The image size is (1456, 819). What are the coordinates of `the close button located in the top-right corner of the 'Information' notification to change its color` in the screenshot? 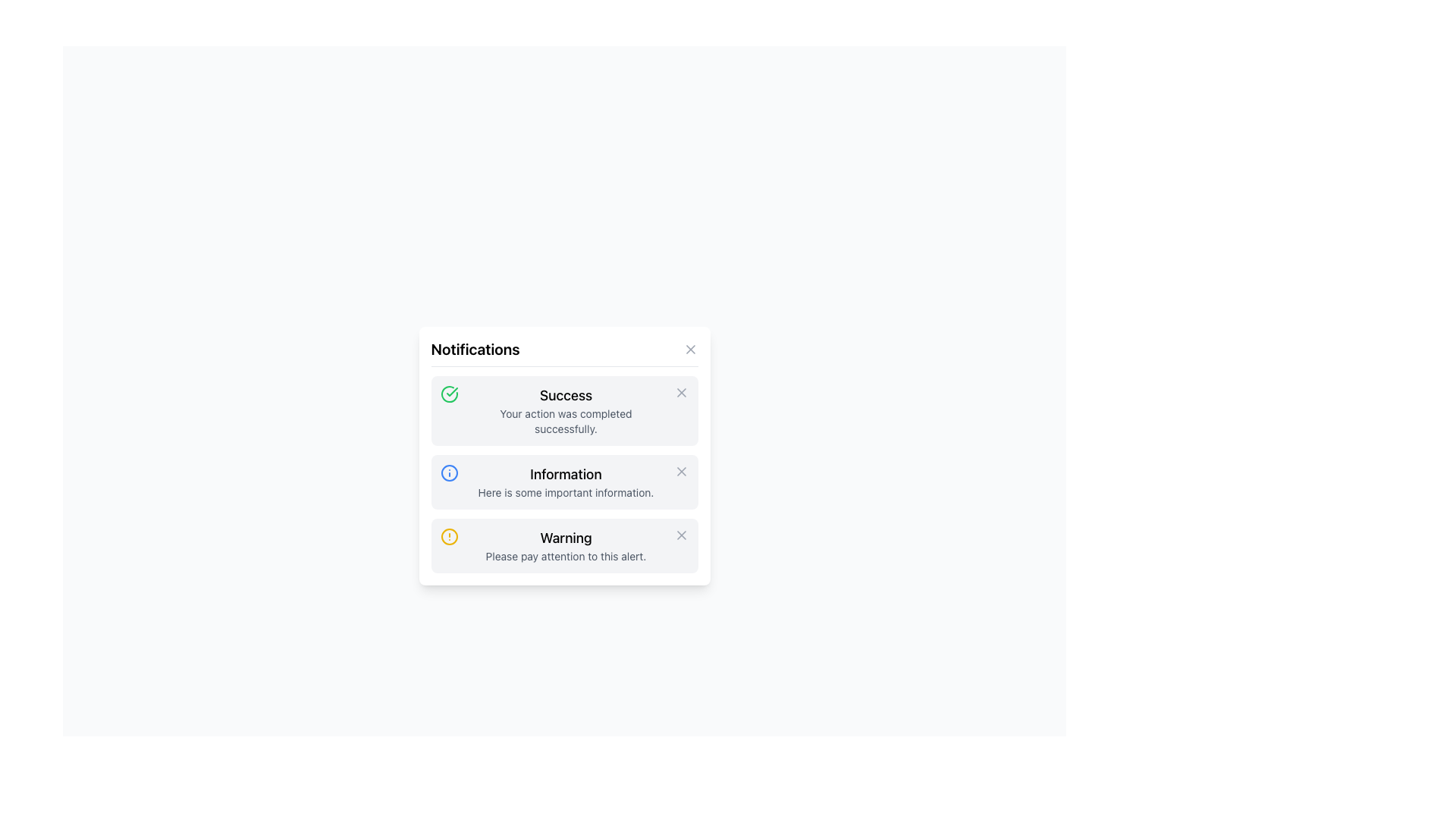 It's located at (680, 470).